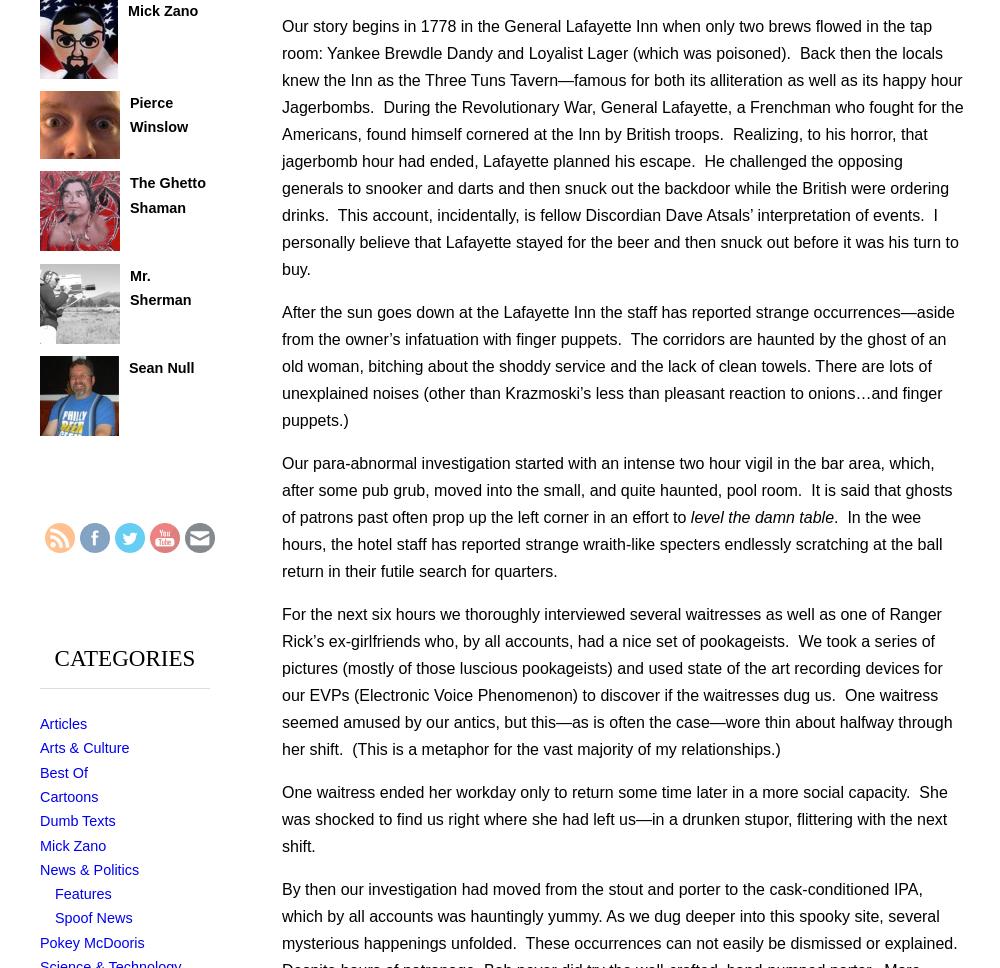 This screenshot has height=968, width=1000. Describe the element at coordinates (83, 747) in the screenshot. I see `'Arts & Culture'` at that location.